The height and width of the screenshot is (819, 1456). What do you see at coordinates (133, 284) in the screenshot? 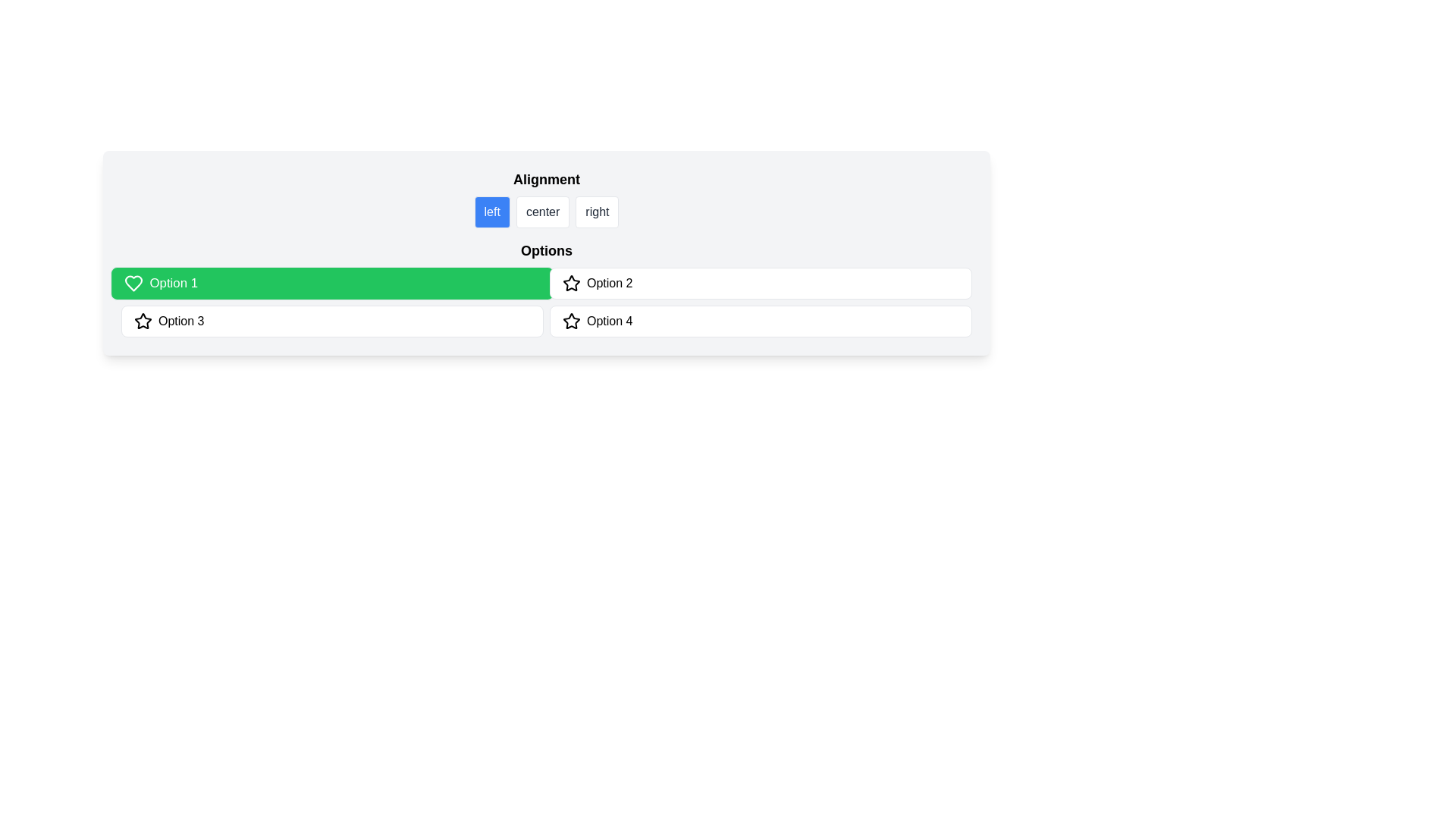
I see `the heart icon located to the left of the text 'Option 1' within the button labeled 'Option 1' to interact with it` at bounding box center [133, 284].